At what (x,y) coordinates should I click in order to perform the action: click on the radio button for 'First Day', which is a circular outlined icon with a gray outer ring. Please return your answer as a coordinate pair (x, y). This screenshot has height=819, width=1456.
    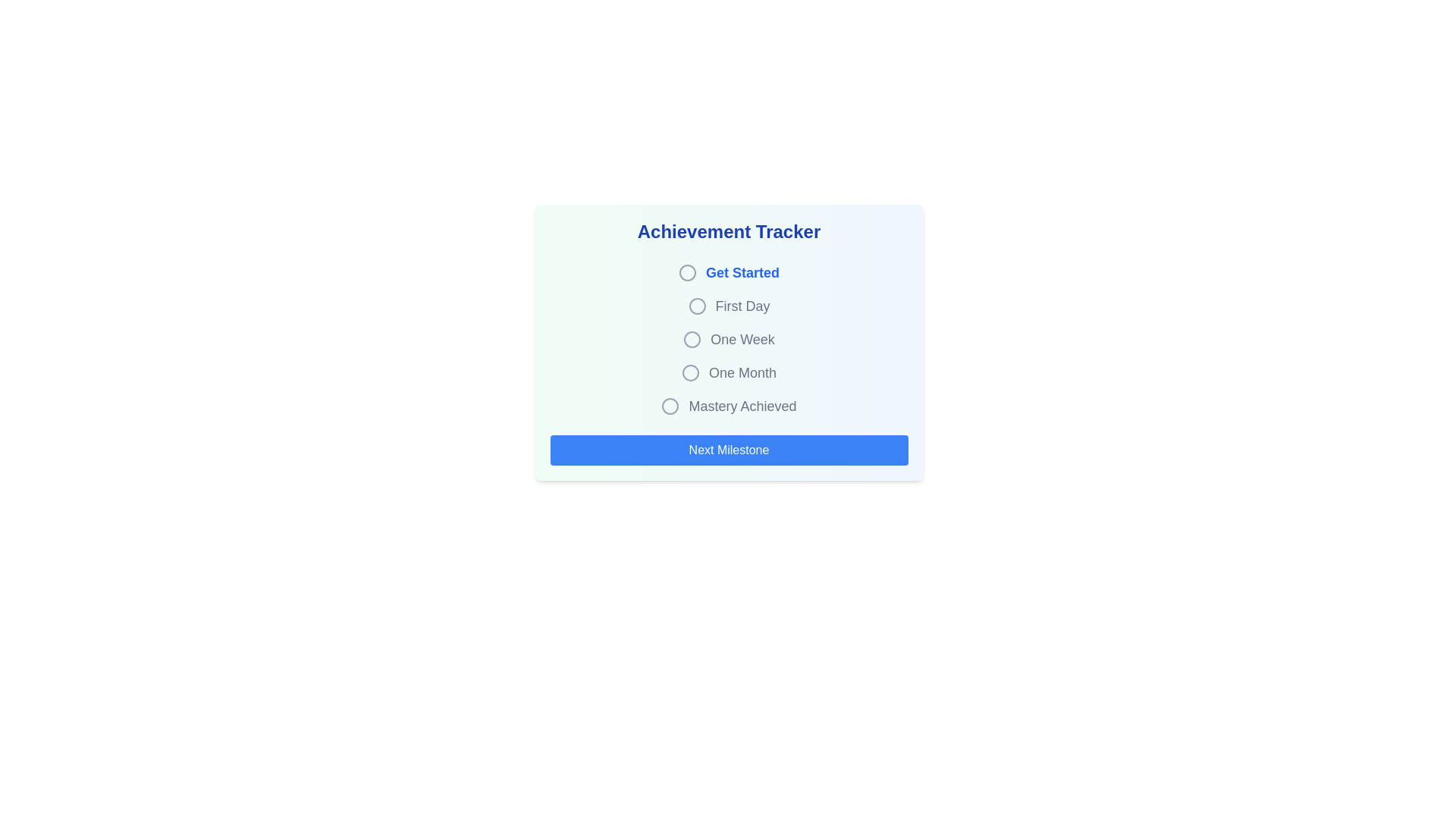
    Looking at the image, I should click on (696, 306).